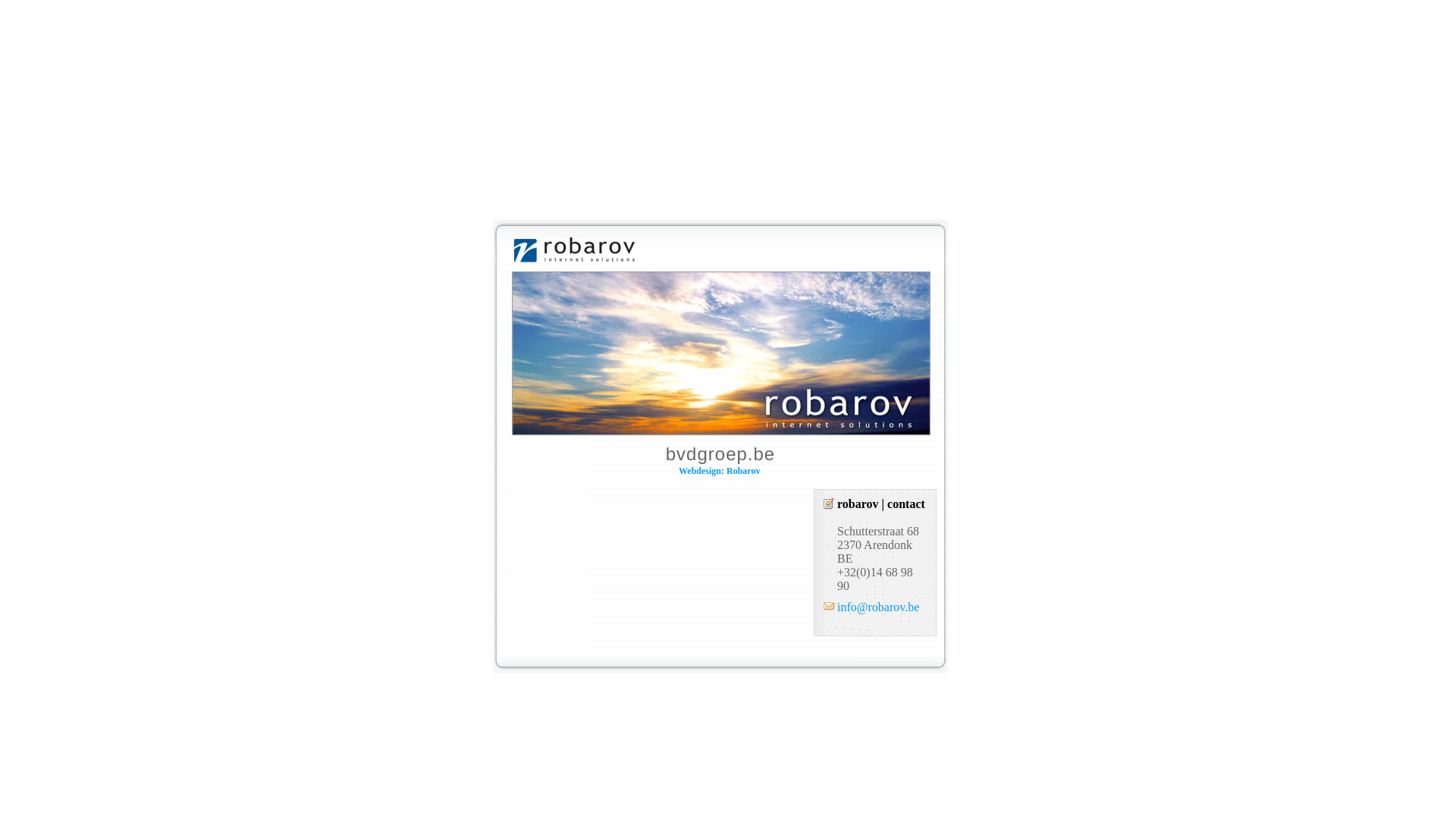 Image resolution: width=1456 pixels, height=819 pixels. What do you see at coordinates (718, 470) in the screenshot?
I see `'Webdesign: Robarov'` at bounding box center [718, 470].